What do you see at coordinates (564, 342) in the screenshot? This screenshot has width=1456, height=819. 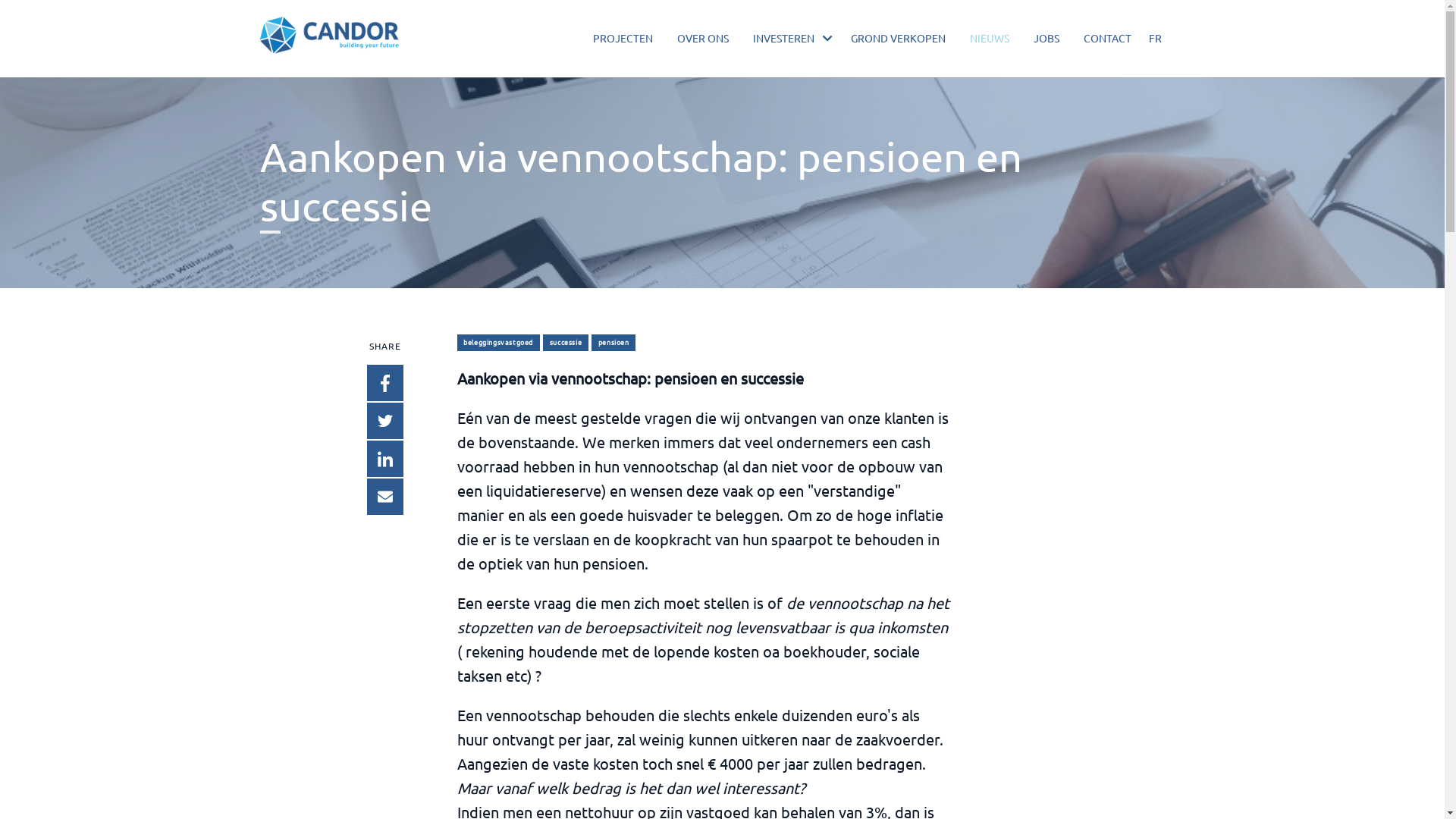 I see `'successie'` at bounding box center [564, 342].